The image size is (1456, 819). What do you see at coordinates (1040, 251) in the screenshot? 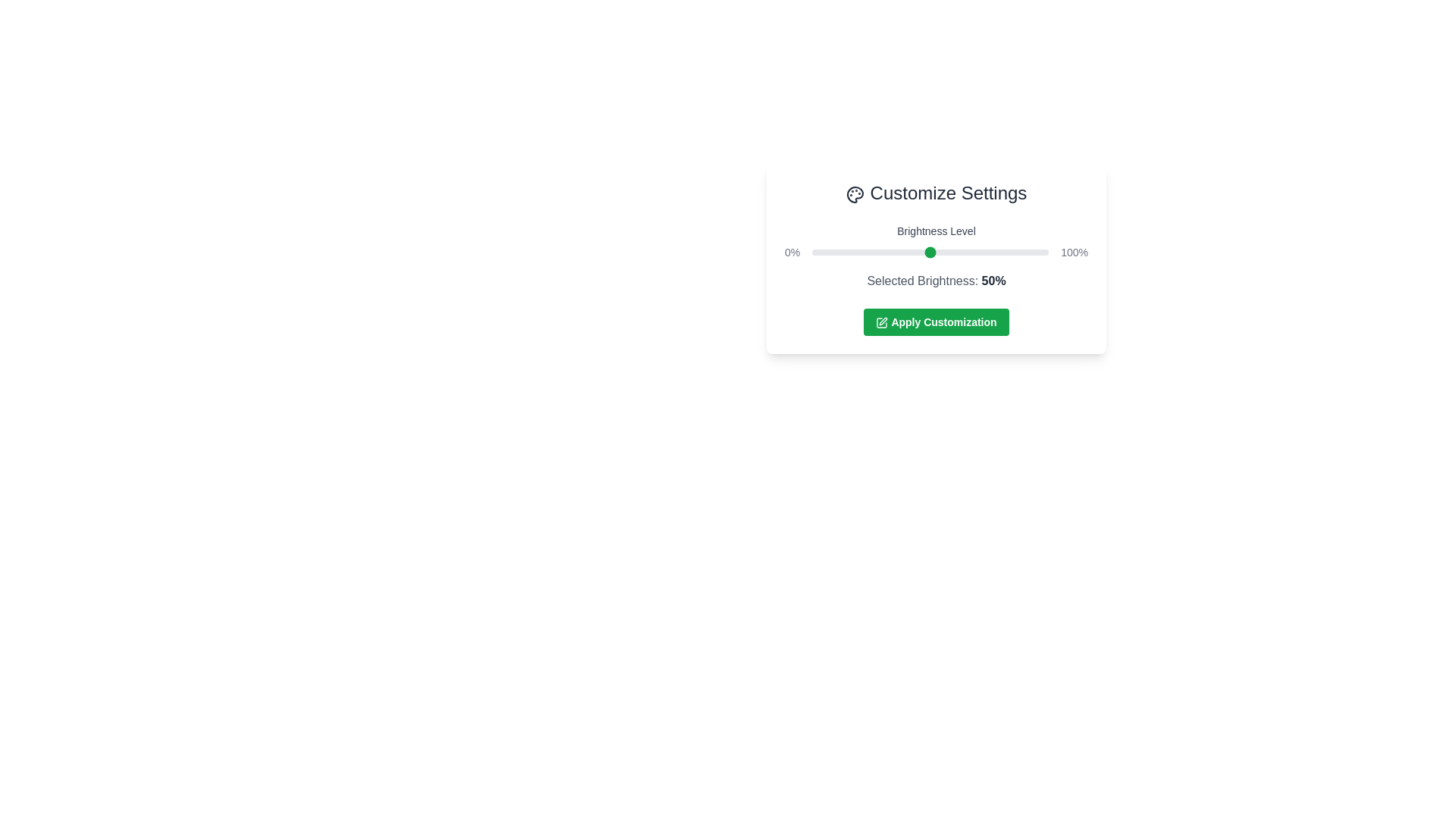
I see `brightness level` at bounding box center [1040, 251].